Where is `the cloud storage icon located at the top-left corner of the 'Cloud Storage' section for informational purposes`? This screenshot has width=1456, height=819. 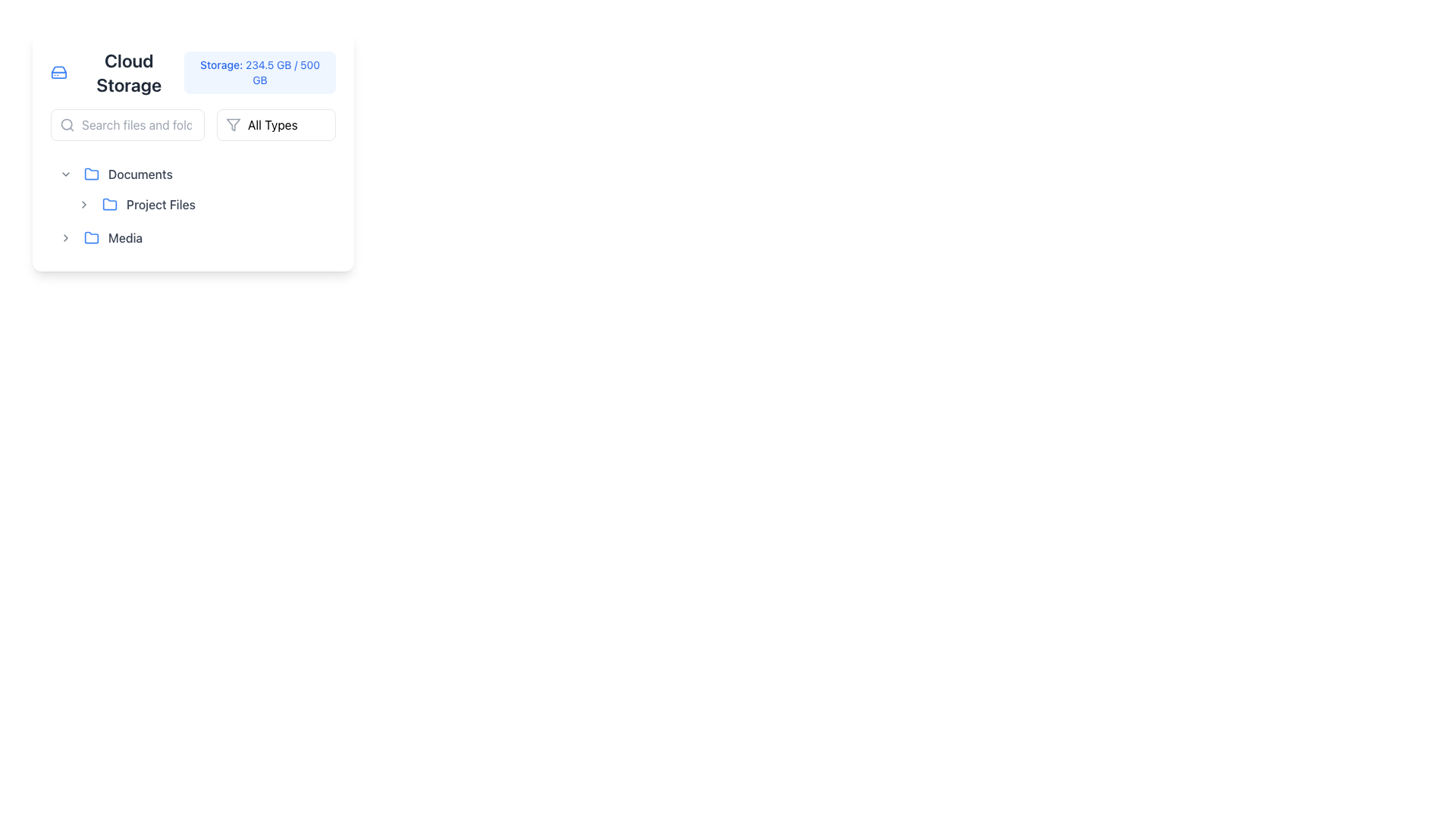
the cloud storage icon located at the top-left corner of the 'Cloud Storage' section for informational purposes is located at coordinates (59, 73).